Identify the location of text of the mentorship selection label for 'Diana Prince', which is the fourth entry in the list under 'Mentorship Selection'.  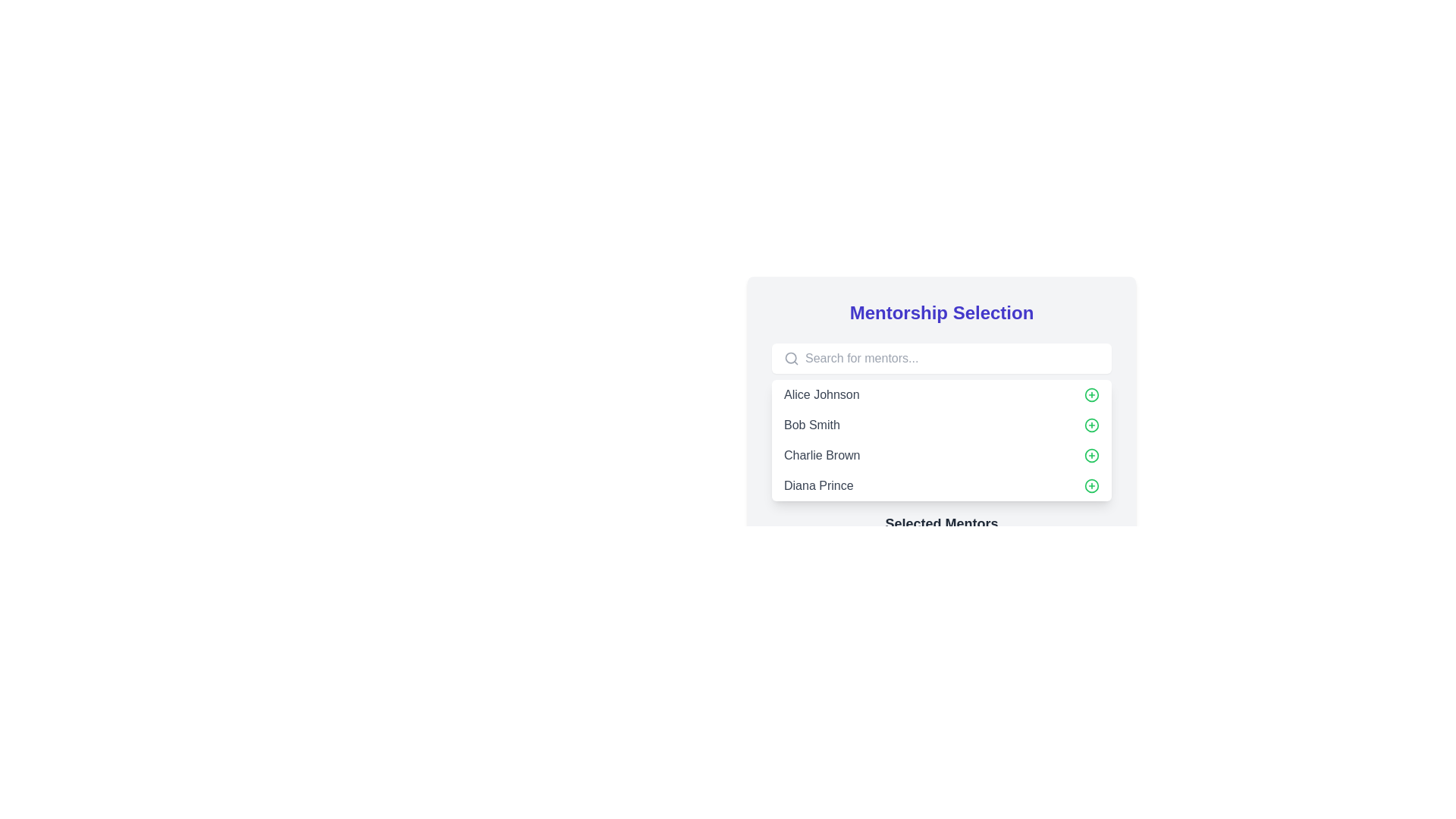
(817, 485).